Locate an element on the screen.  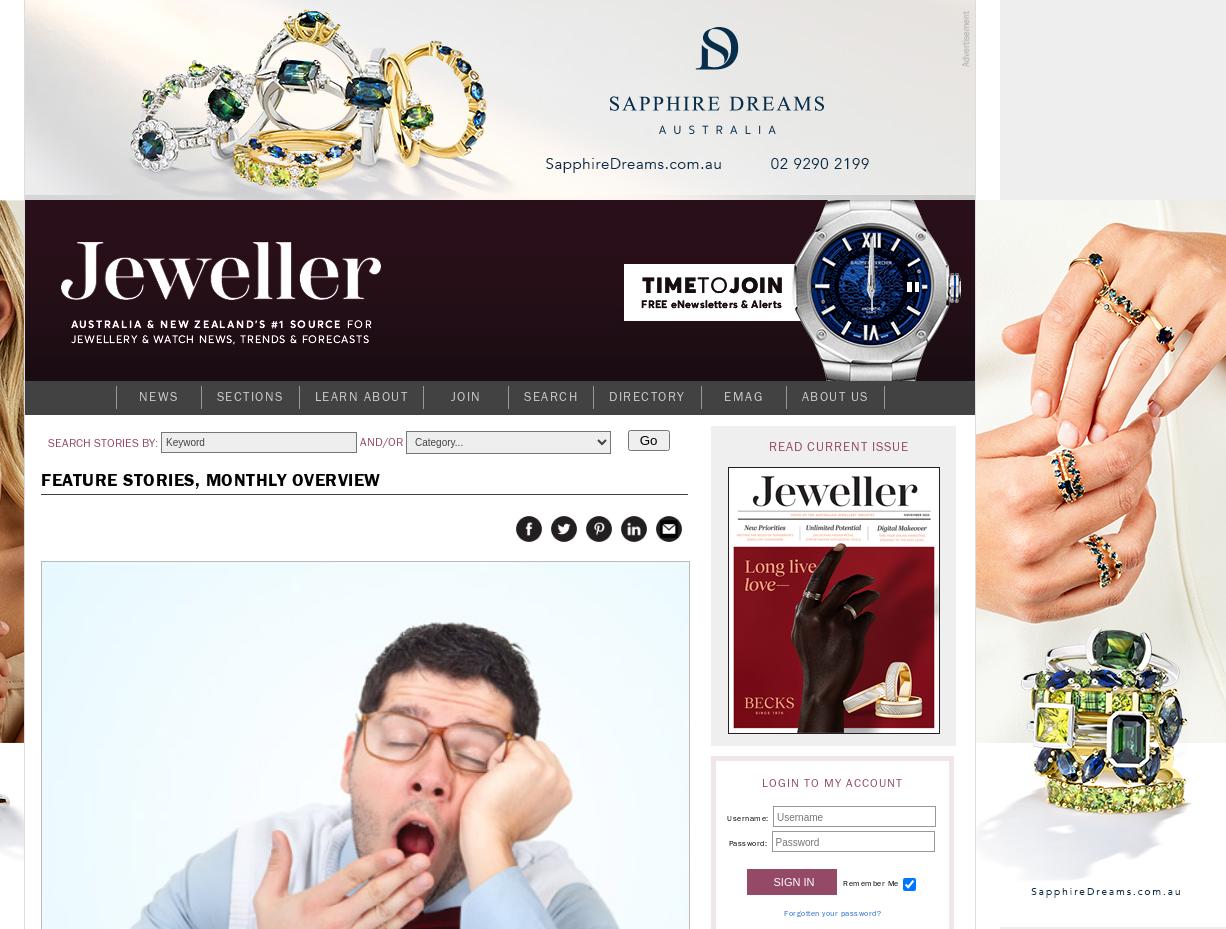
'About Us' is located at coordinates (799, 395).